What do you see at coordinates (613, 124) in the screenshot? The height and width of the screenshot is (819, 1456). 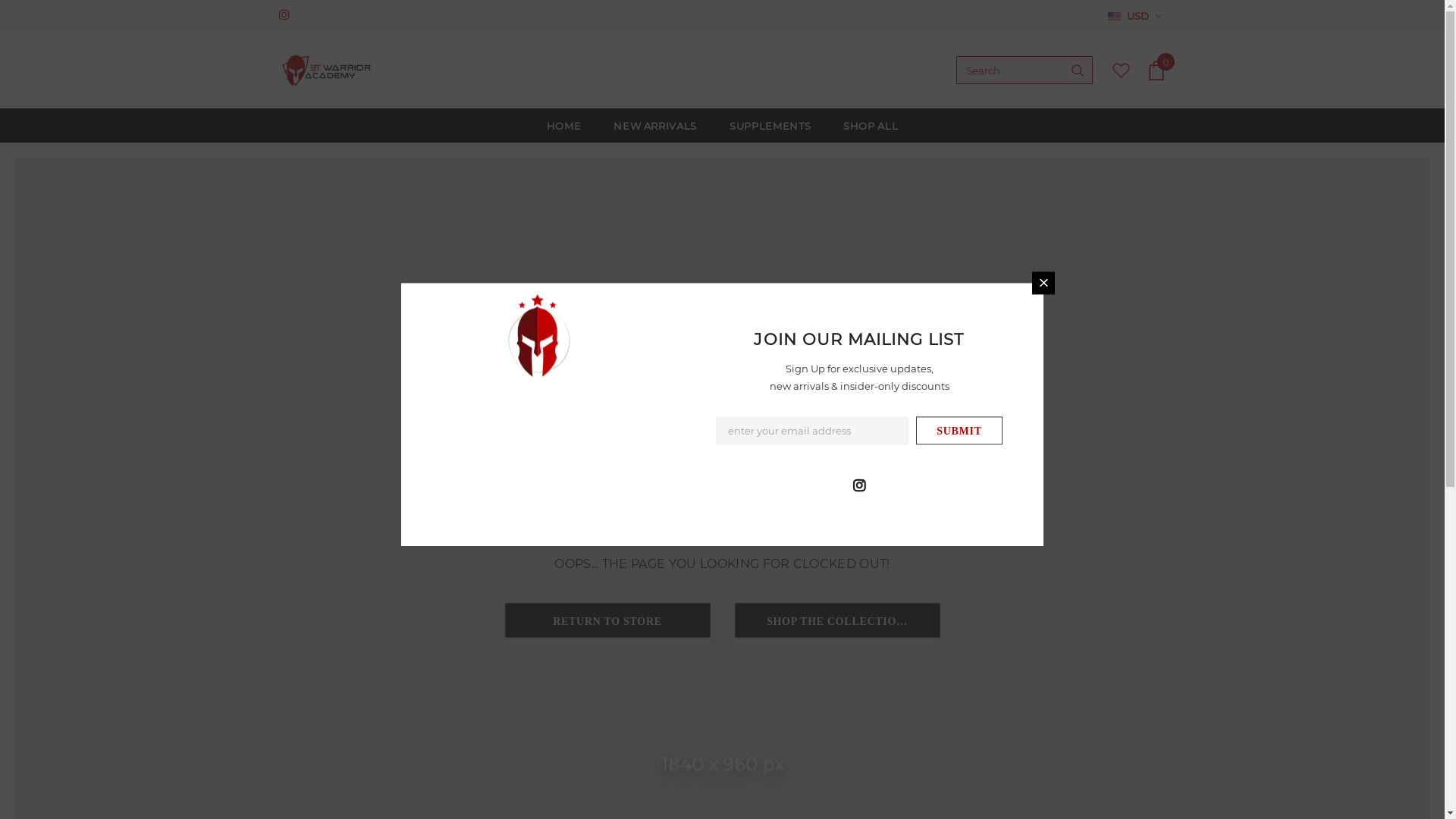 I see `'NEW ARRIVALS'` at bounding box center [613, 124].